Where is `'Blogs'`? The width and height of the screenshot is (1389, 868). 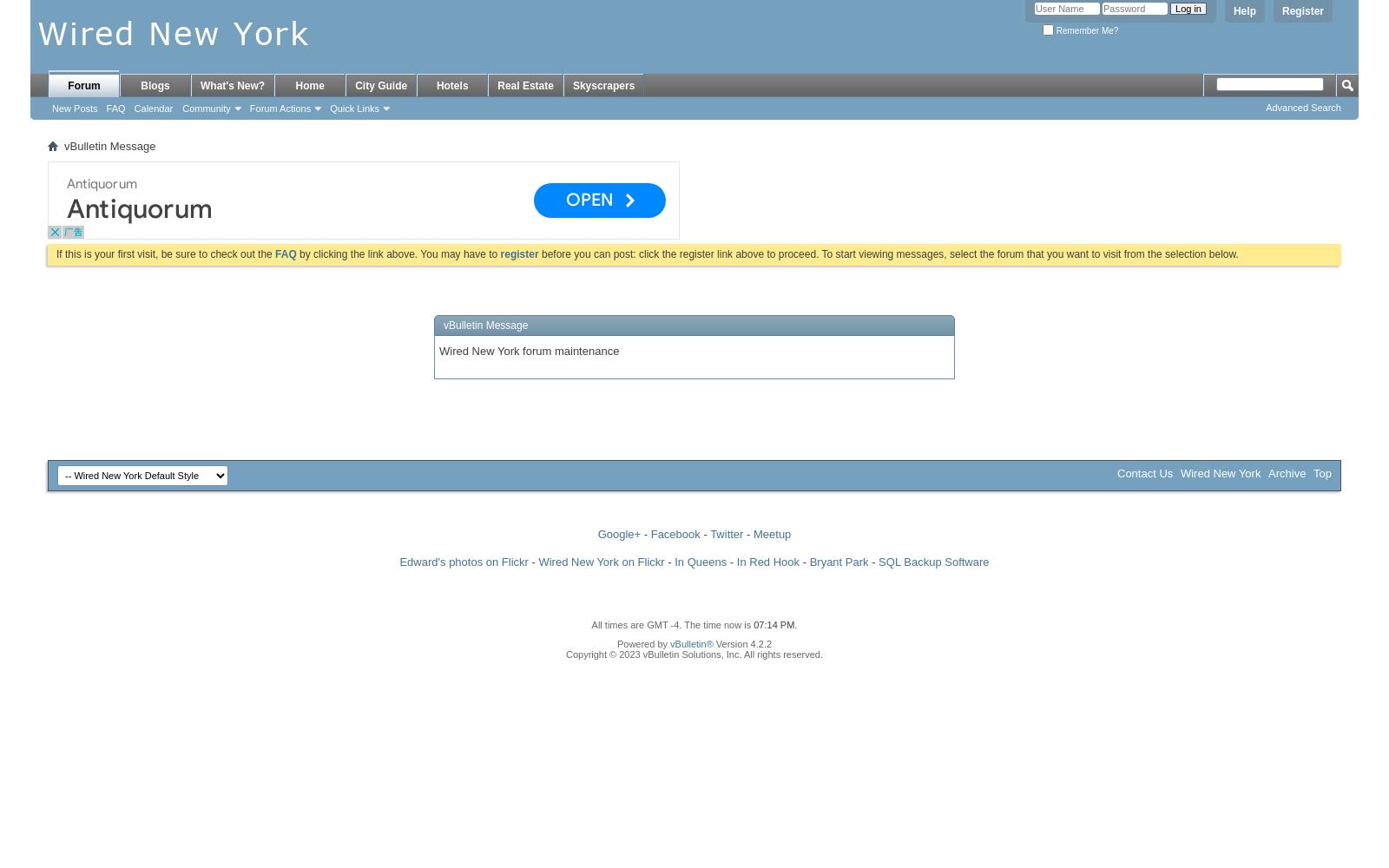 'Blogs' is located at coordinates (154, 85).